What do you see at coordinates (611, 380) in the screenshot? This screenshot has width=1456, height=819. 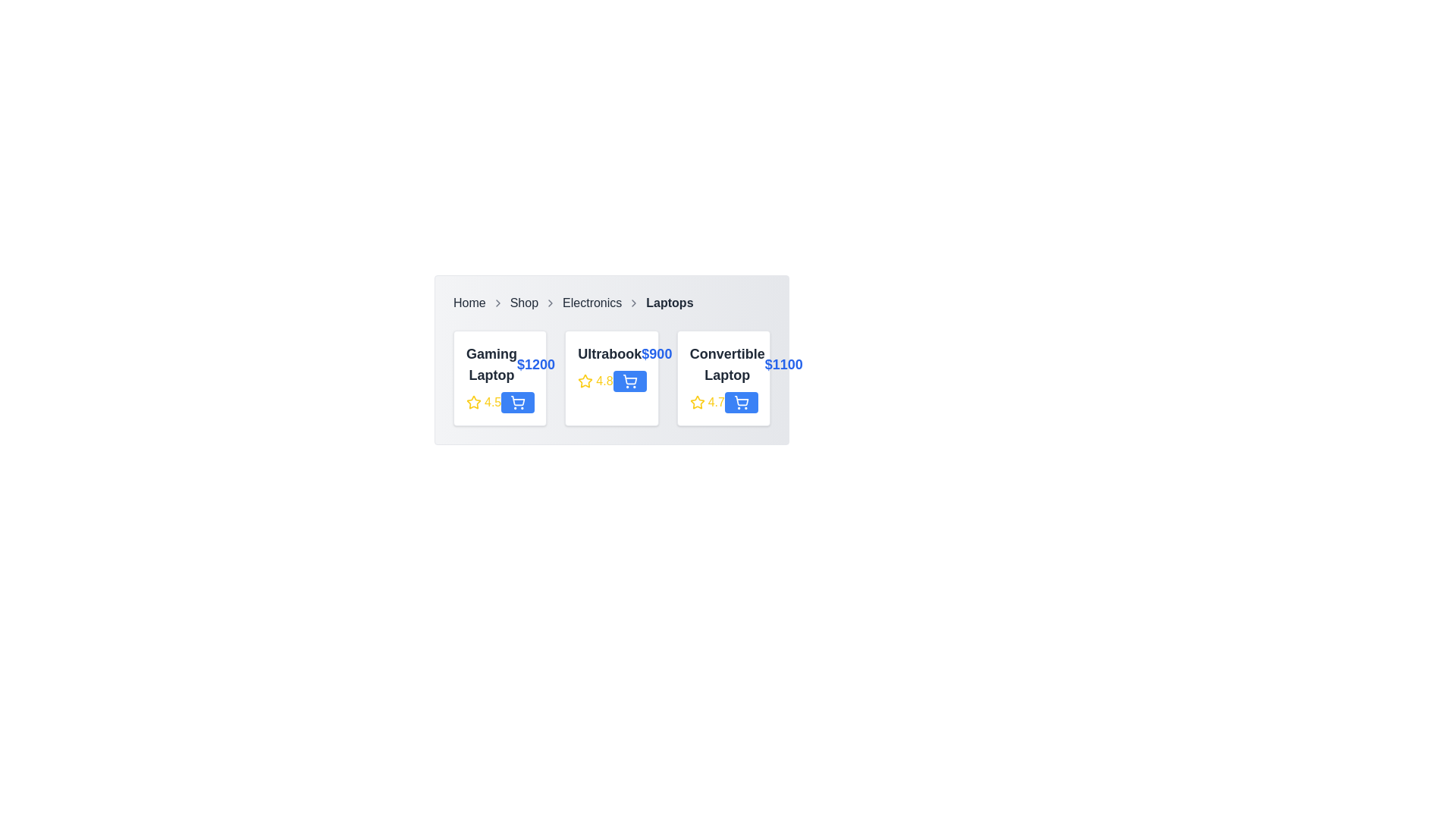 I see `the Text element that displays the rating score for the 'Ultrabook' product, located at the bottom-left of the card between the yellow star icon and the blue shopping cart icon` at bounding box center [611, 380].